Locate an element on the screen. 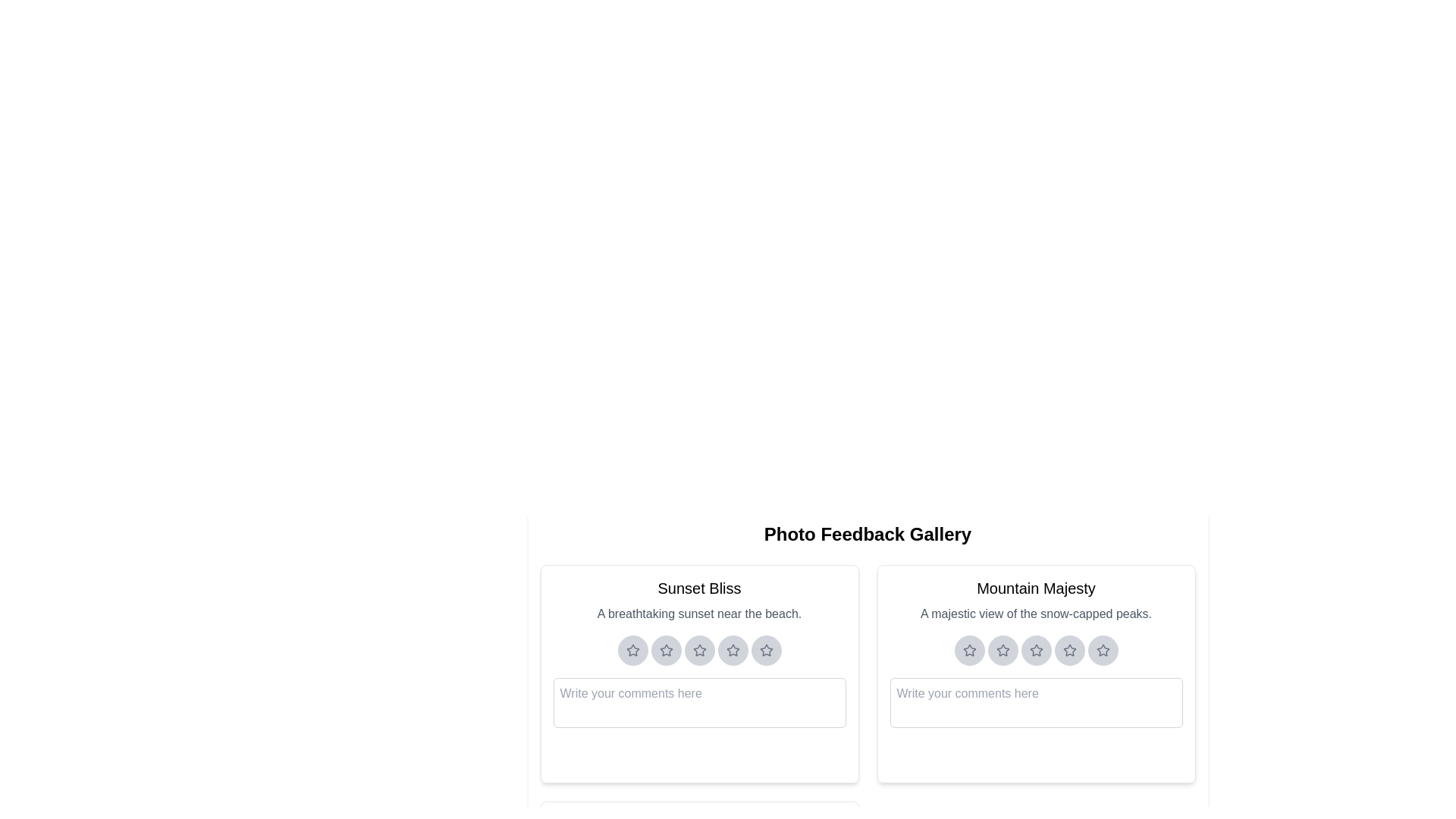 The width and height of the screenshot is (1456, 819). the text header that reads 'Photo Feedback Gallery' to potentially see tooltips or effects is located at coordinates (868, 534).